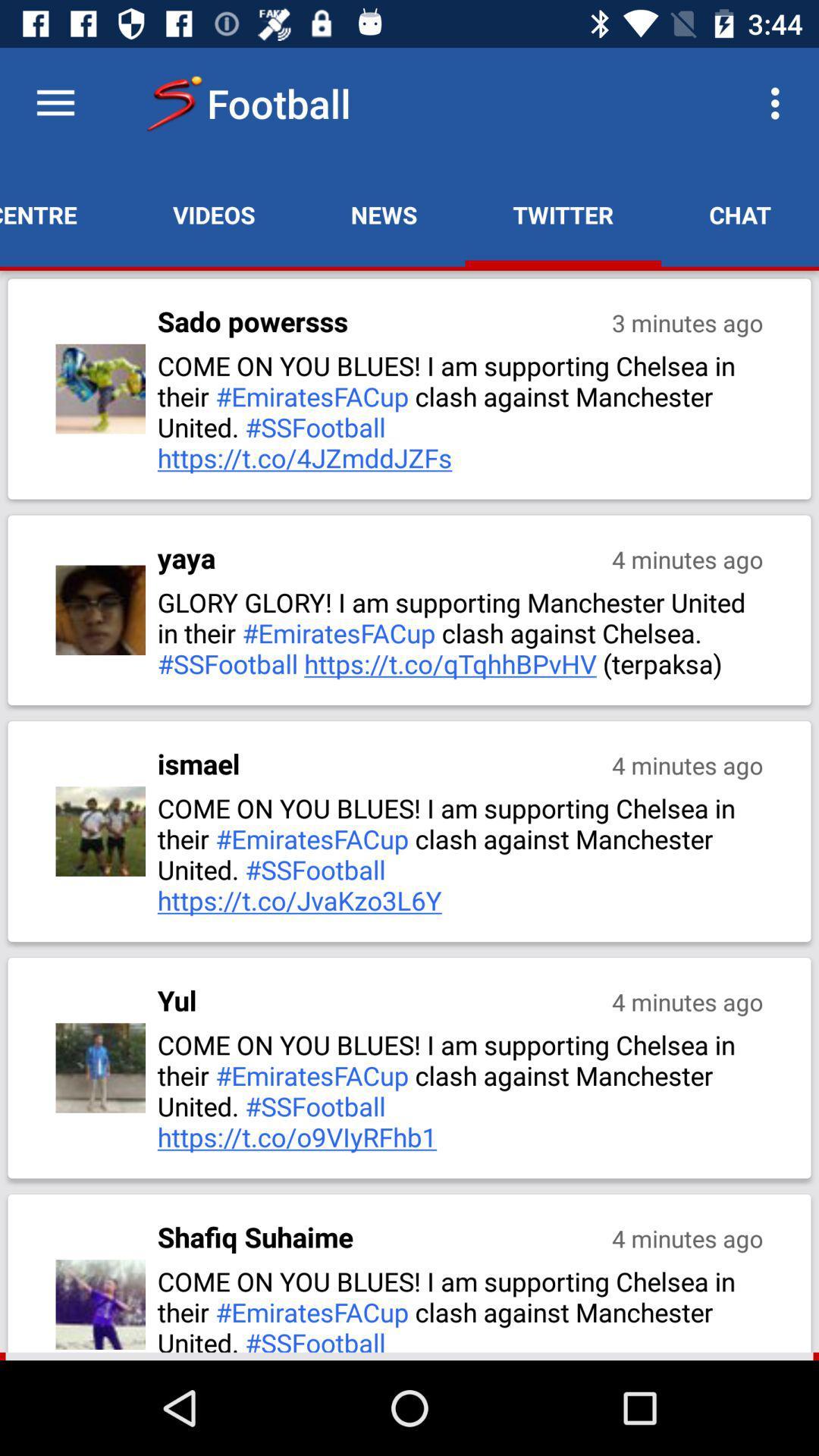 Image resolution: width=819 pixels, height=1456 pixels. What do you see at coordinates (61, 214) in the screenshot?
I see `match centre` at bounding box center [61, 214].